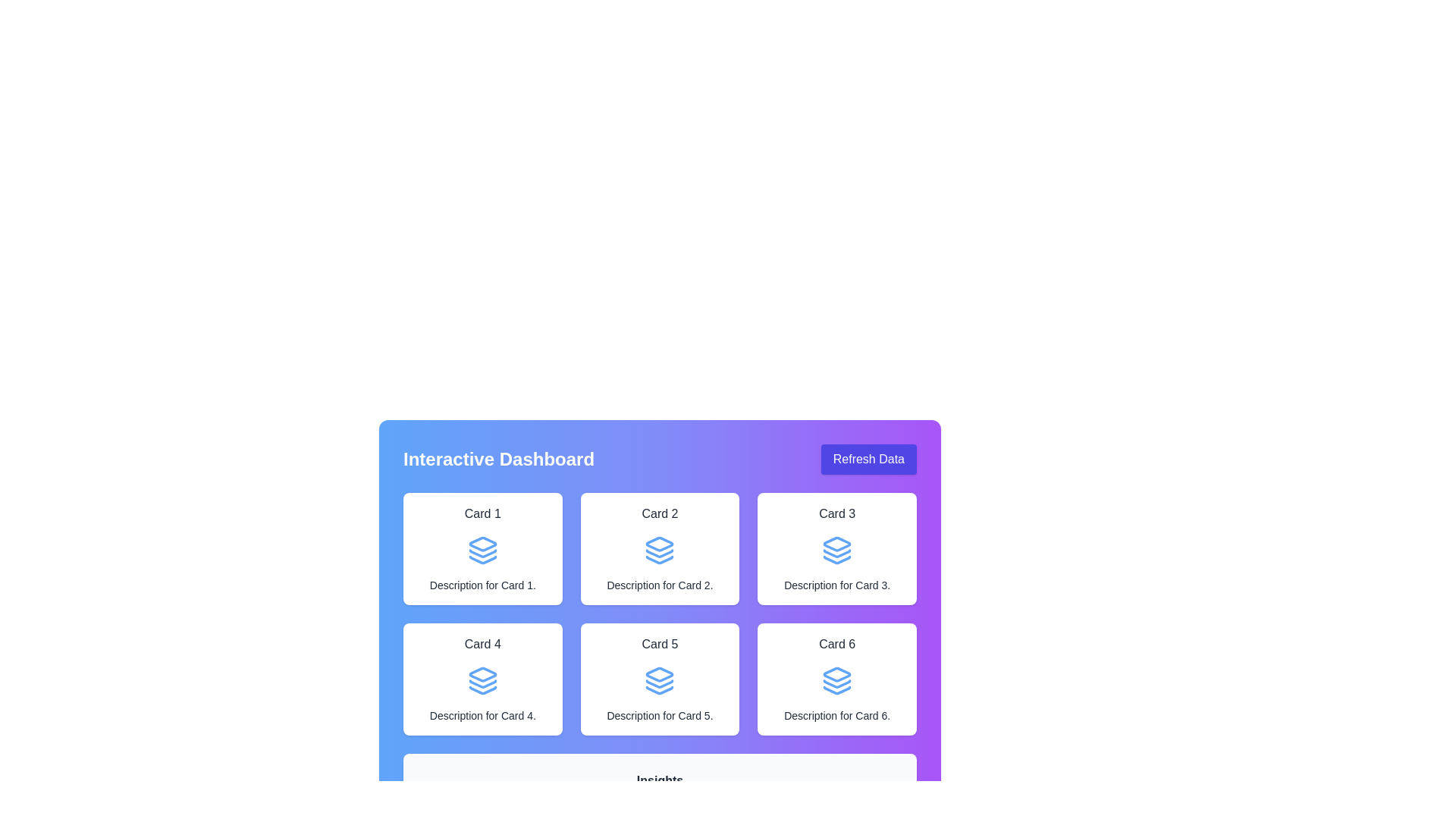 This screenshot has width=1456, height=819. What do you see at coordinates (482, 644) in the screenshot?
I see `text content of the primary title label located at the top center of the fourth card in the grid of six cards on the interactive dashboard` at bounding box center [482, 644].